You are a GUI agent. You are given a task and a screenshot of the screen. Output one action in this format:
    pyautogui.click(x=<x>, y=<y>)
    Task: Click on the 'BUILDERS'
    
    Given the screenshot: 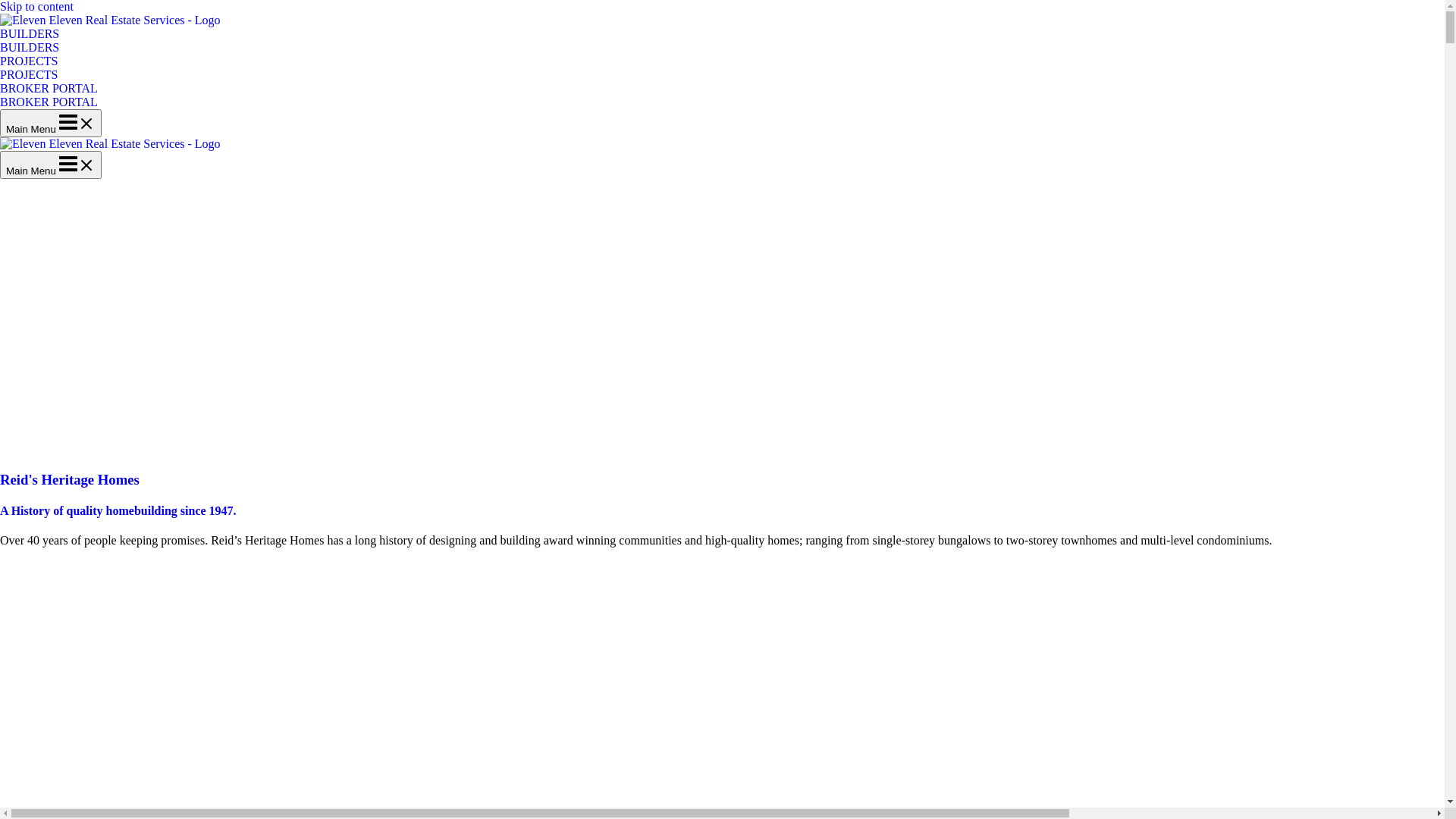 What is the action you would take?
    pyautogui.click(x=0, y=39)
    